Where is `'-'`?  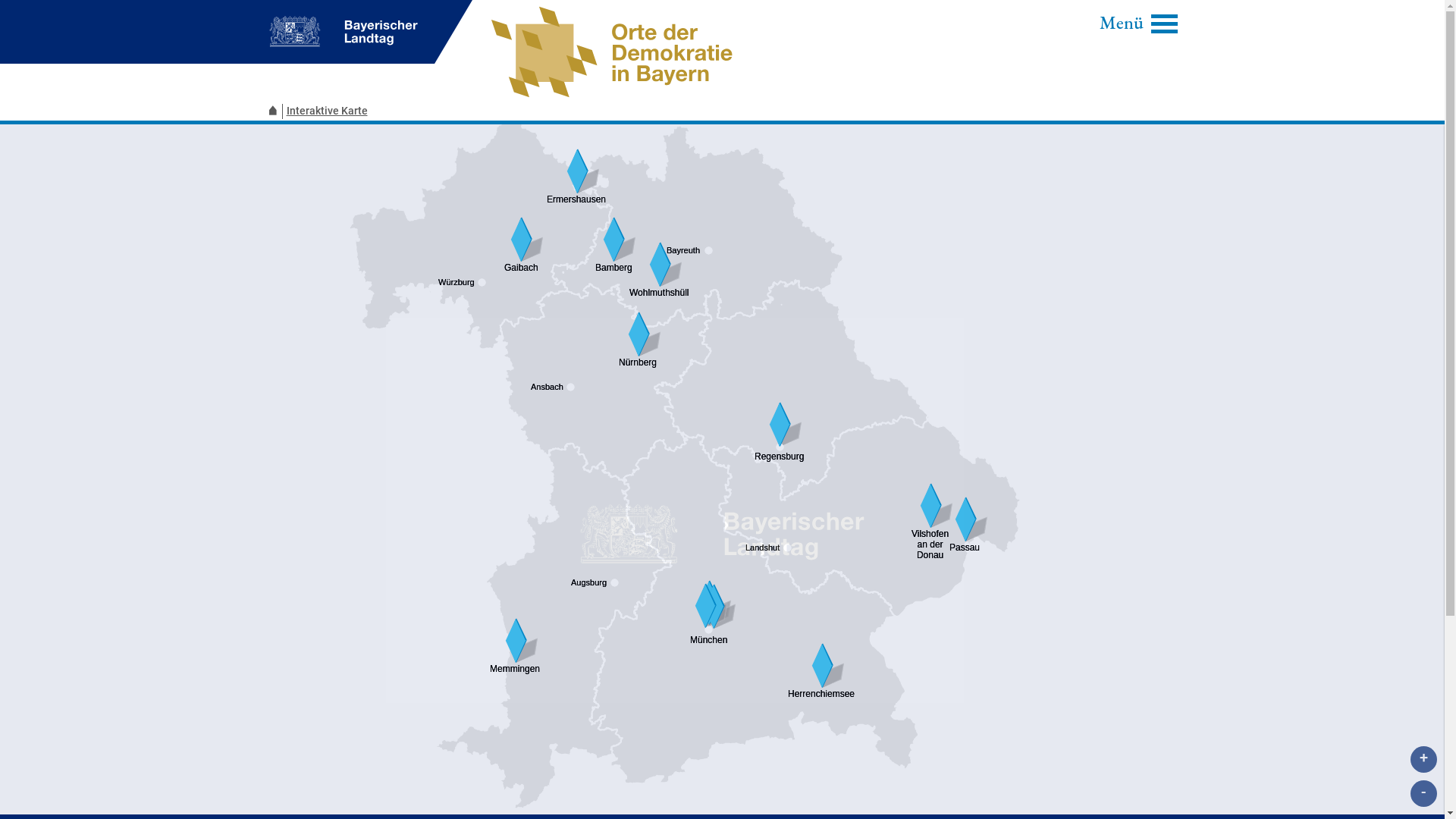 '-' is located at coordinates (1423, 792).